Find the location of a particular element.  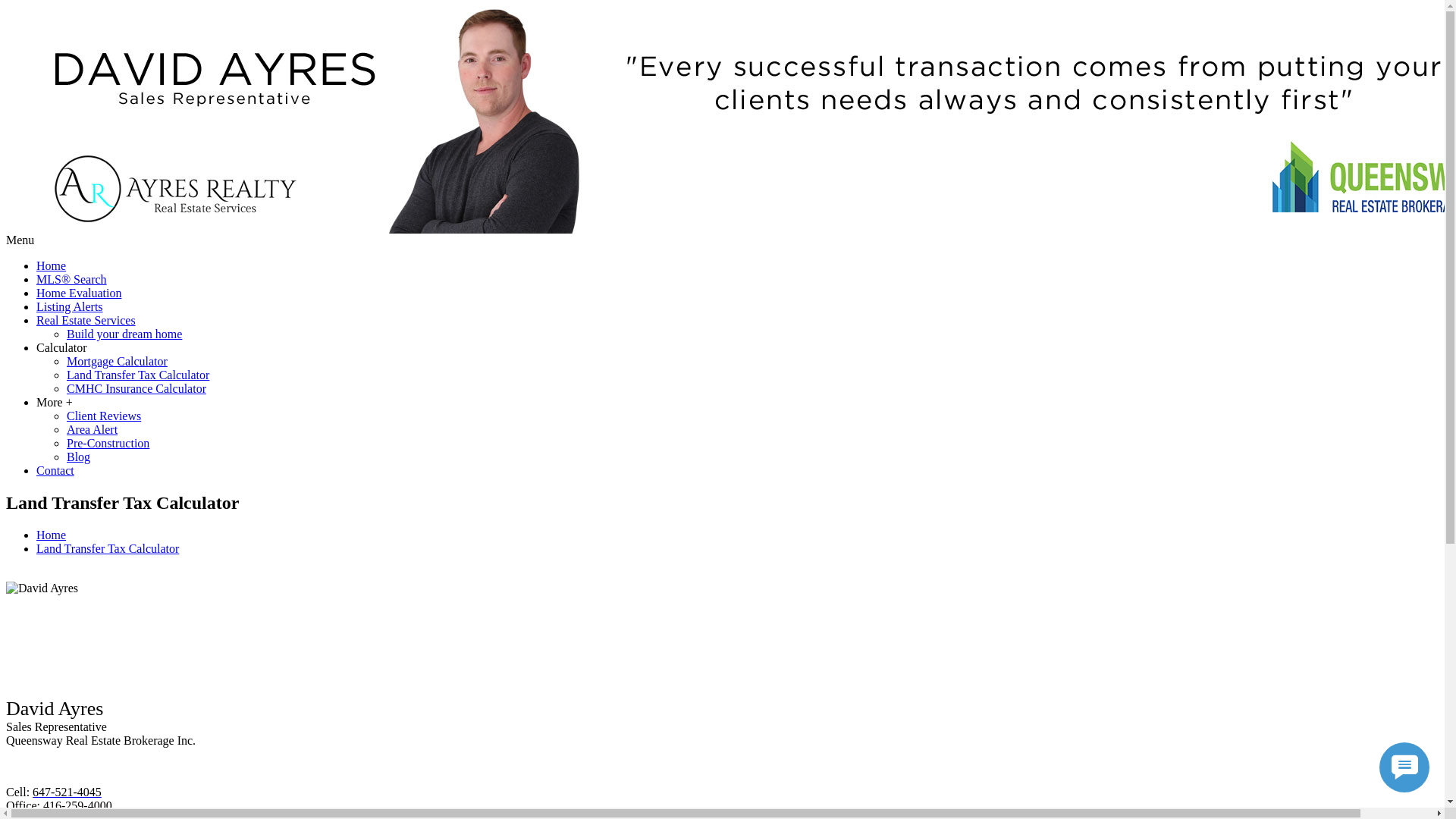

'Build your dream home' is located at coordinates (124, 333).